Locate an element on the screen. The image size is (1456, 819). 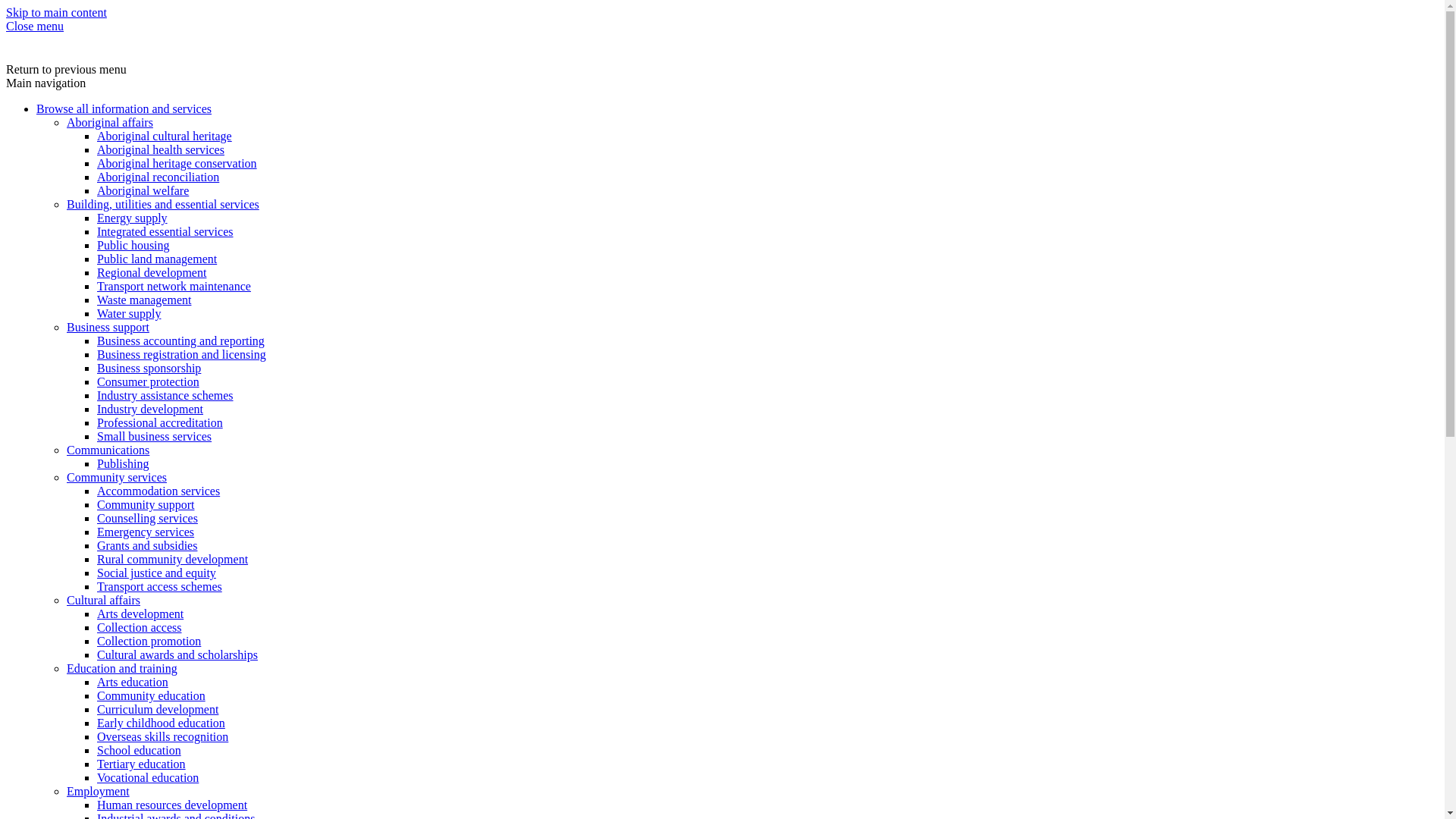
'Public housing' is located at coordinates (96, 244).